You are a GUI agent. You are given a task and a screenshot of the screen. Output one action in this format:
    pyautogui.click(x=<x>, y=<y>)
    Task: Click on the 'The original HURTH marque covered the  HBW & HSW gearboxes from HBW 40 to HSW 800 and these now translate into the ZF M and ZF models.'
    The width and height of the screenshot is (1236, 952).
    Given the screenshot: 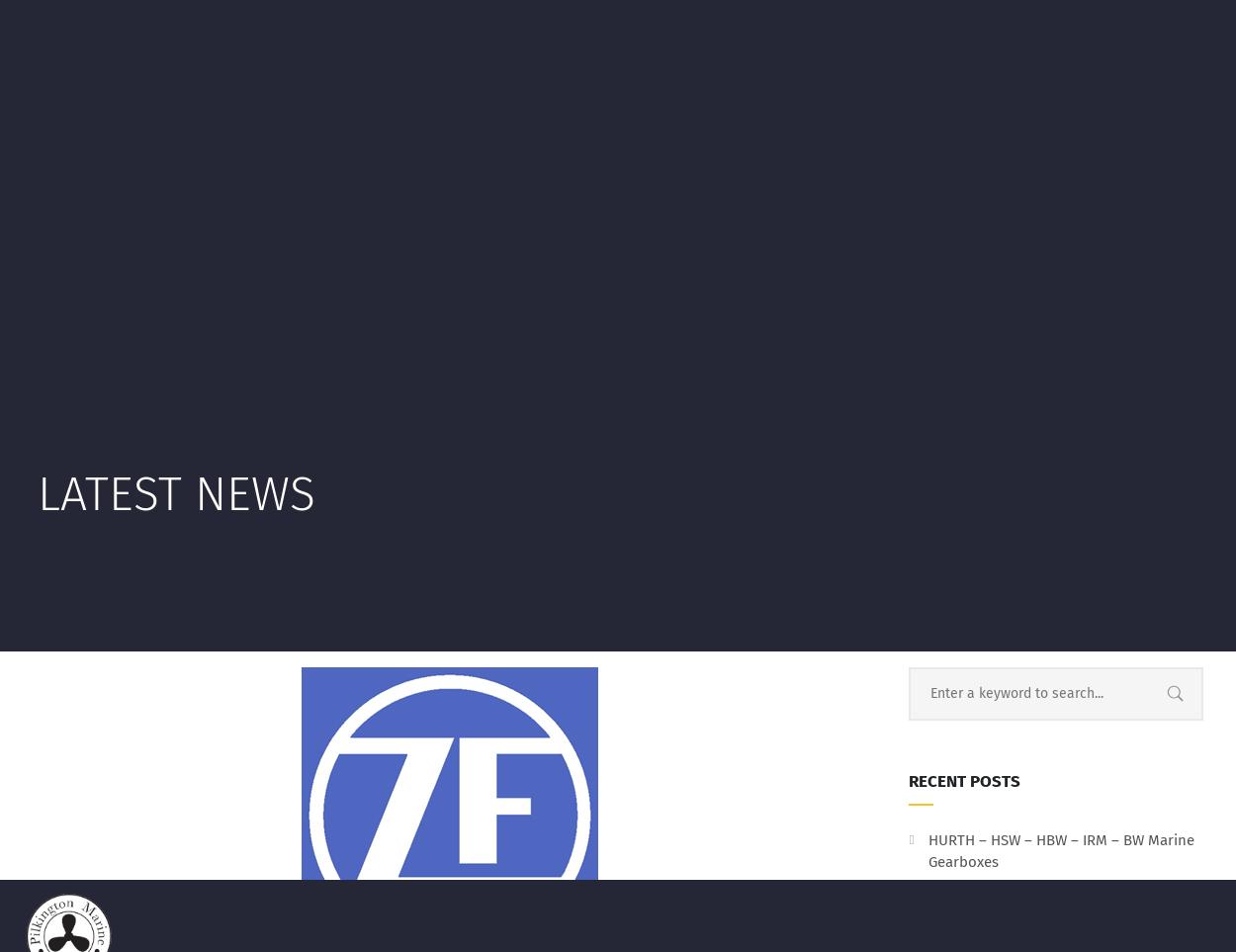 What is the action you would take?
    pyautogui.click(x=446, y=703)
    